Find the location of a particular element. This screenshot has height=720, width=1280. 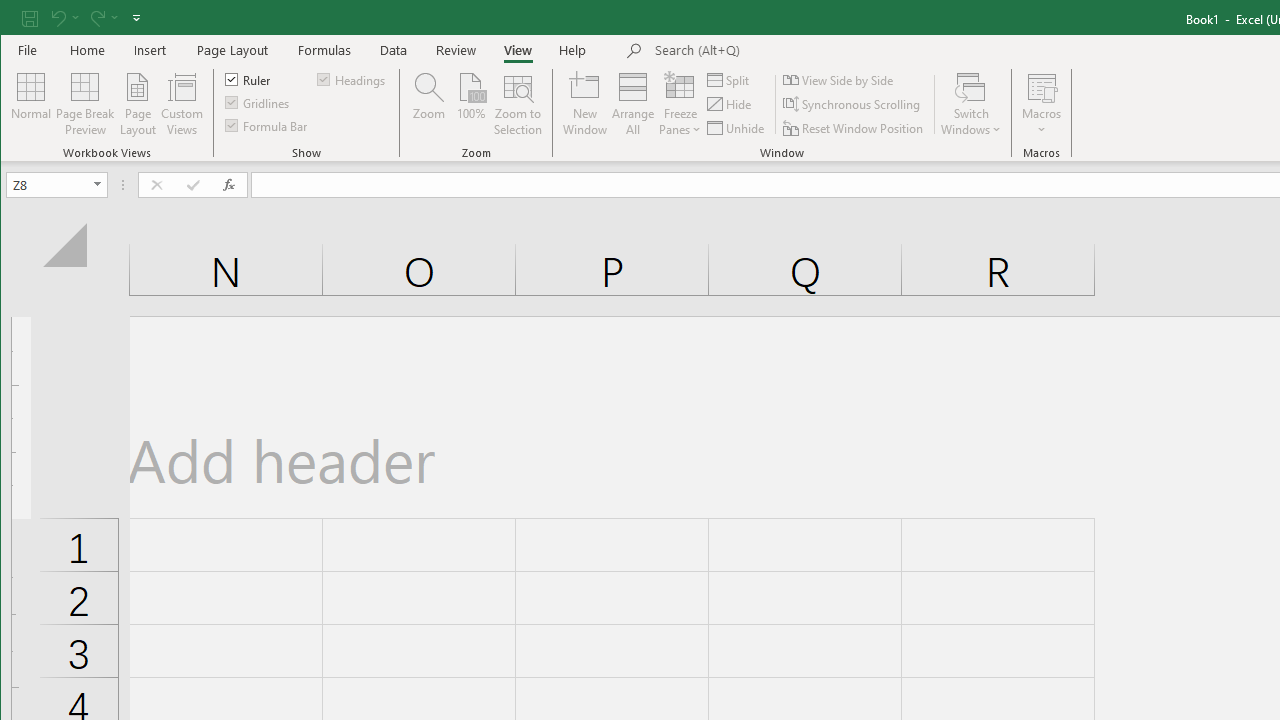

'Unhide...' is located at coordinates (736, 128).